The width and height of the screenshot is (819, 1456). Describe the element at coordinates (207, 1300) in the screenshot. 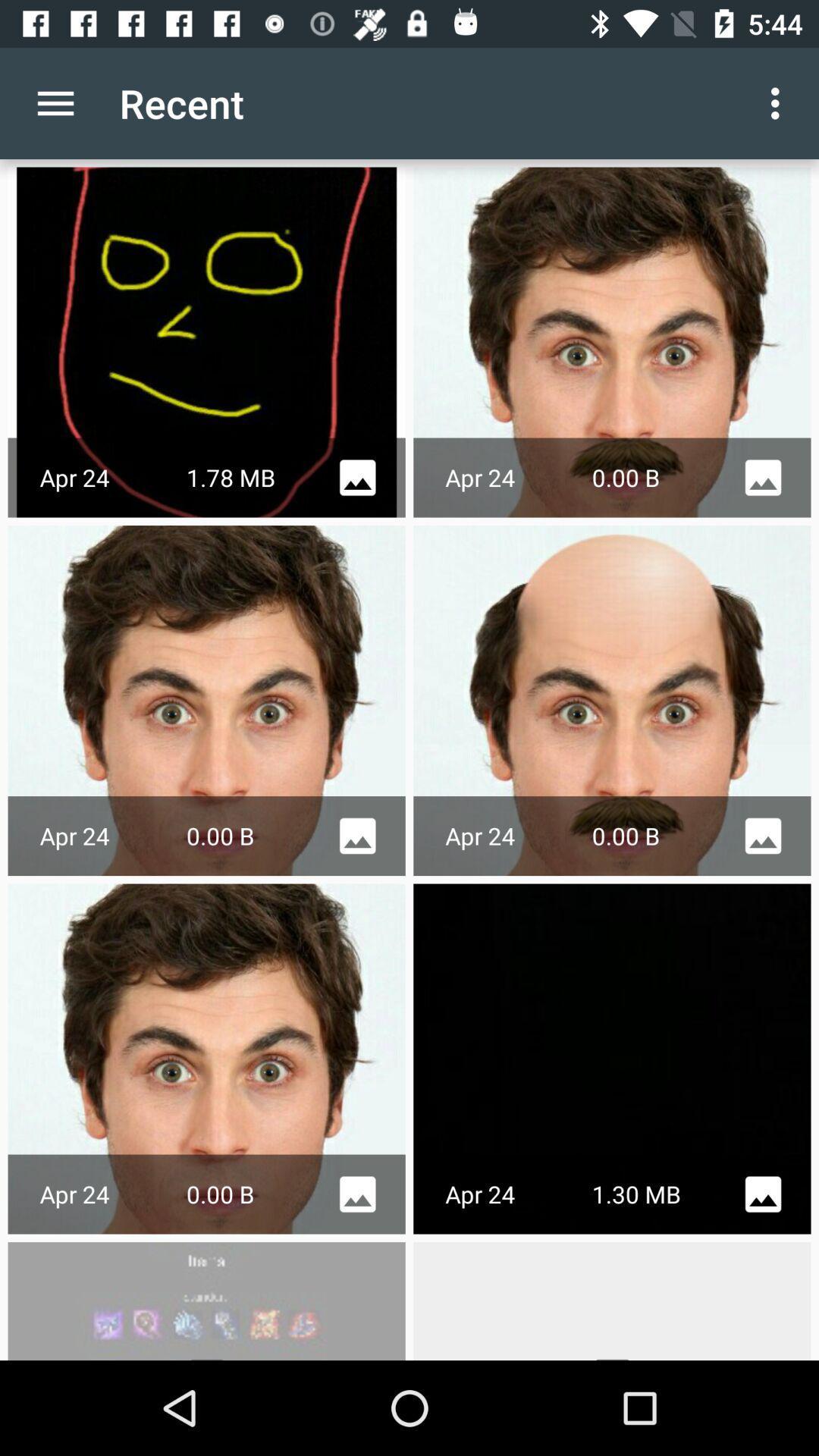

I see `left bottom box` at that location.